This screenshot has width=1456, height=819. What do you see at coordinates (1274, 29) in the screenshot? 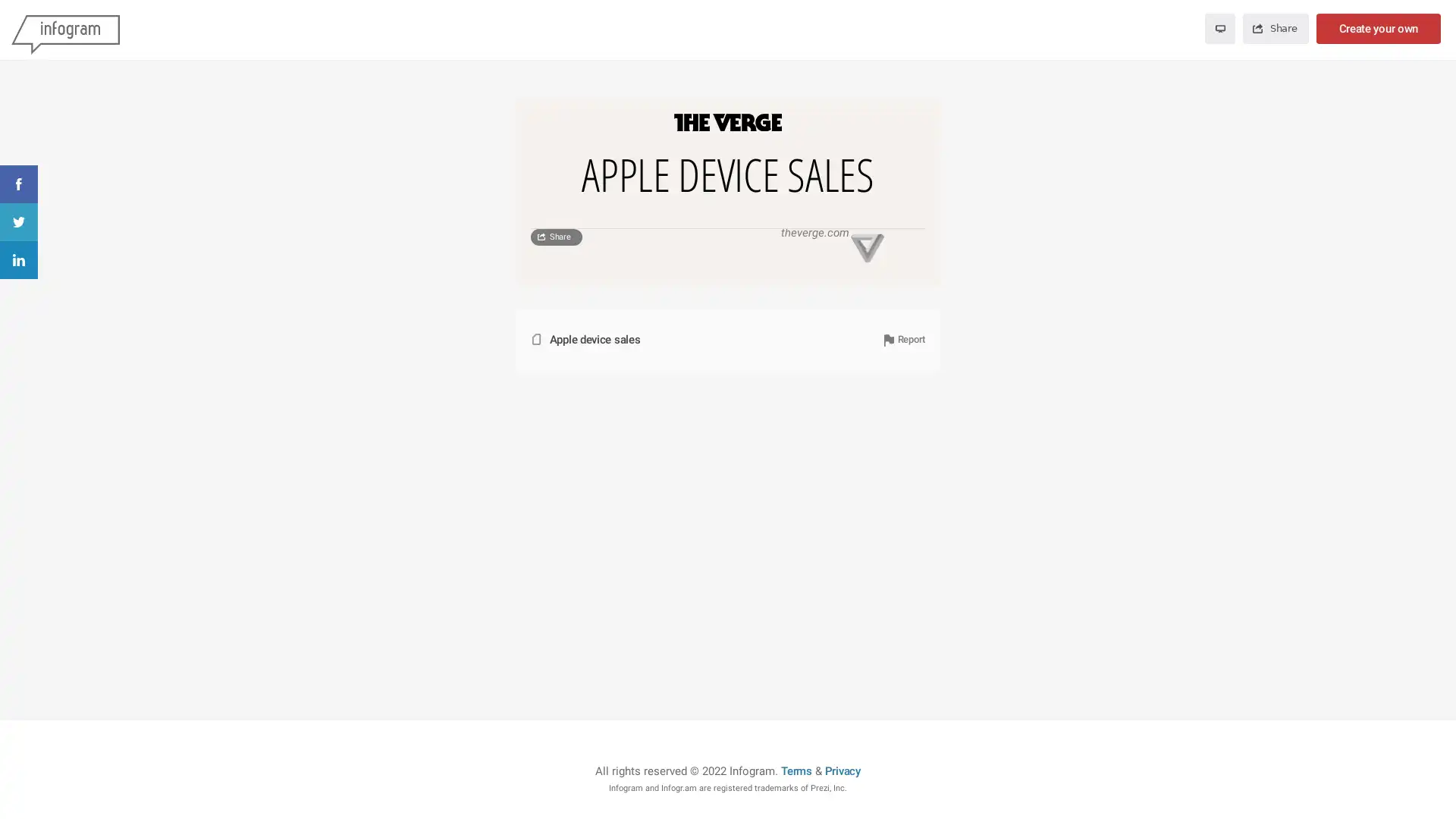
I see `Share` at bounding box center [1274, 29].